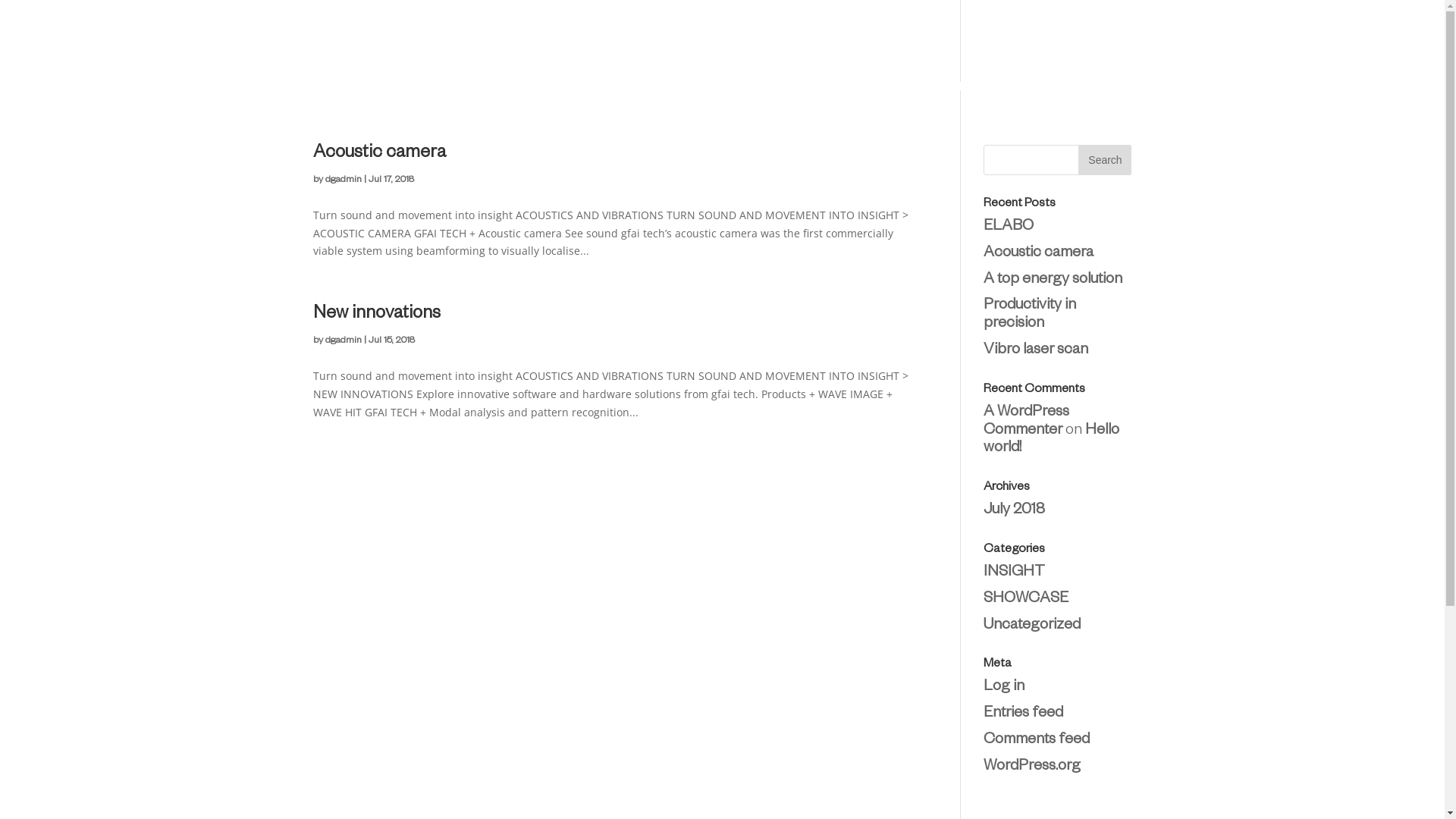  Describe the element at coordinates (1030, 315) in the screenshot. I see `'Productivity in precision'` at that location.